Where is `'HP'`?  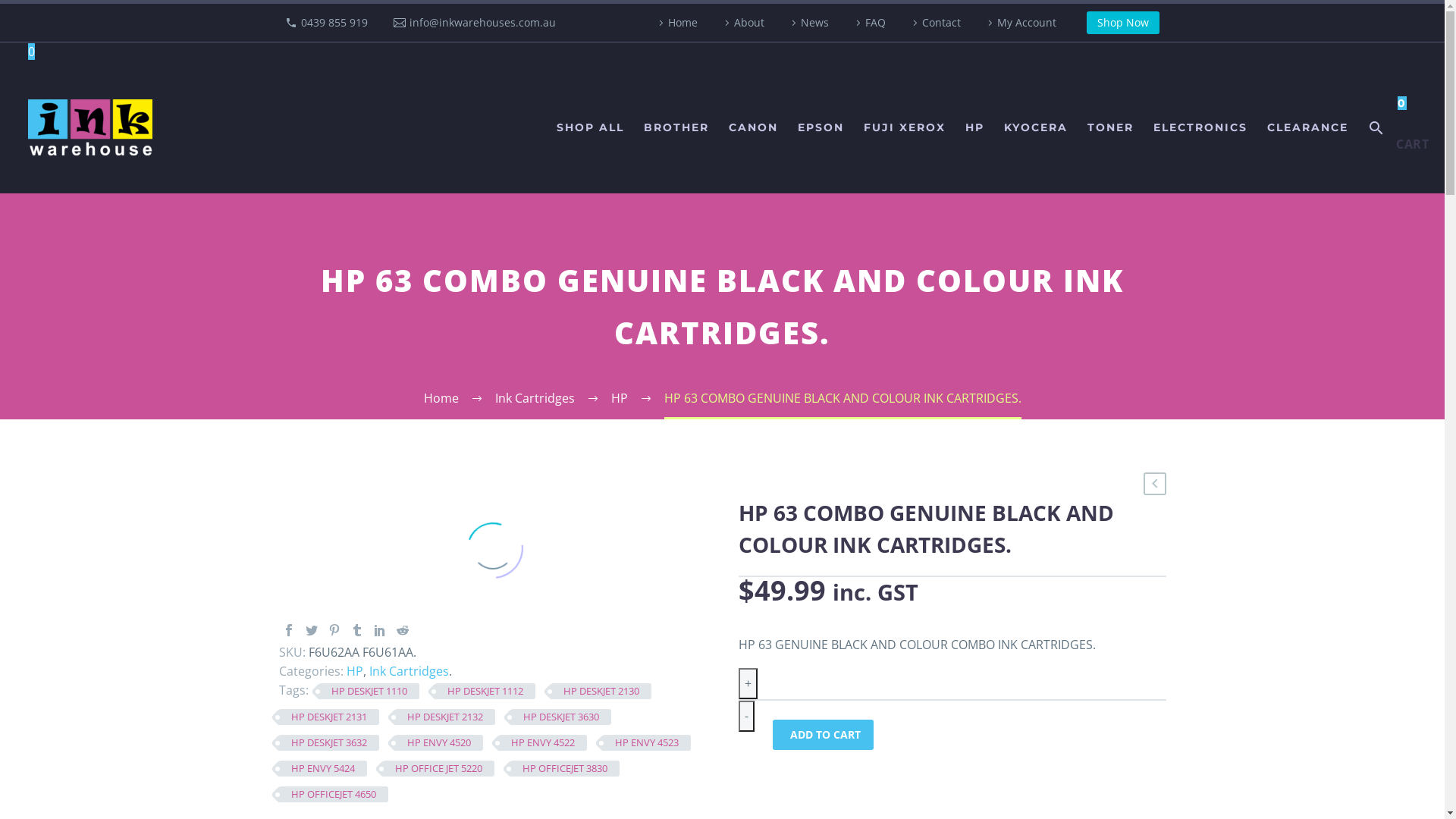
'HP' is located at coordinates (345, 670).